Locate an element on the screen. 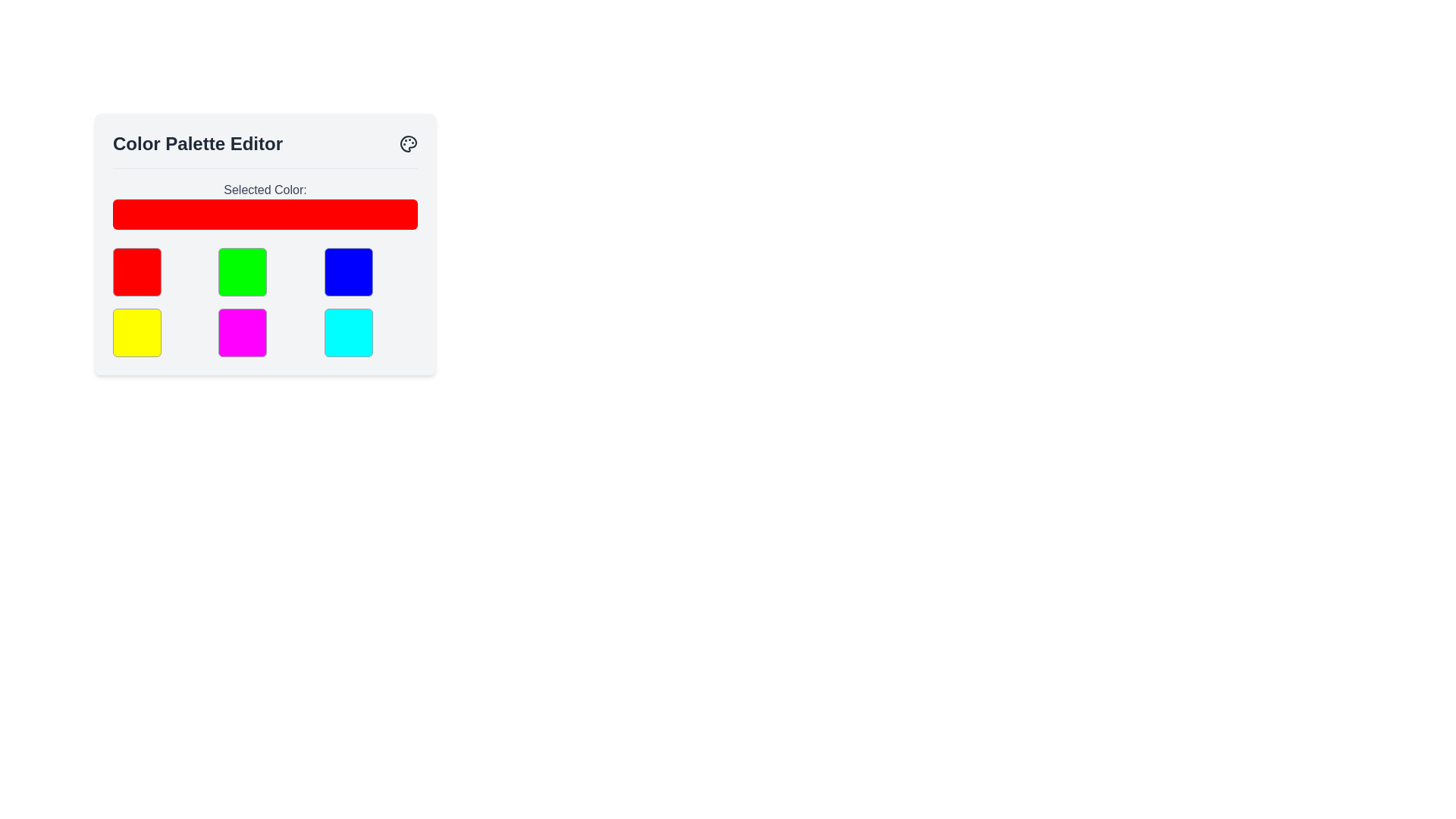  the color palette editor by dragging to select different colors from the available options is located at coordinates (265, 243).